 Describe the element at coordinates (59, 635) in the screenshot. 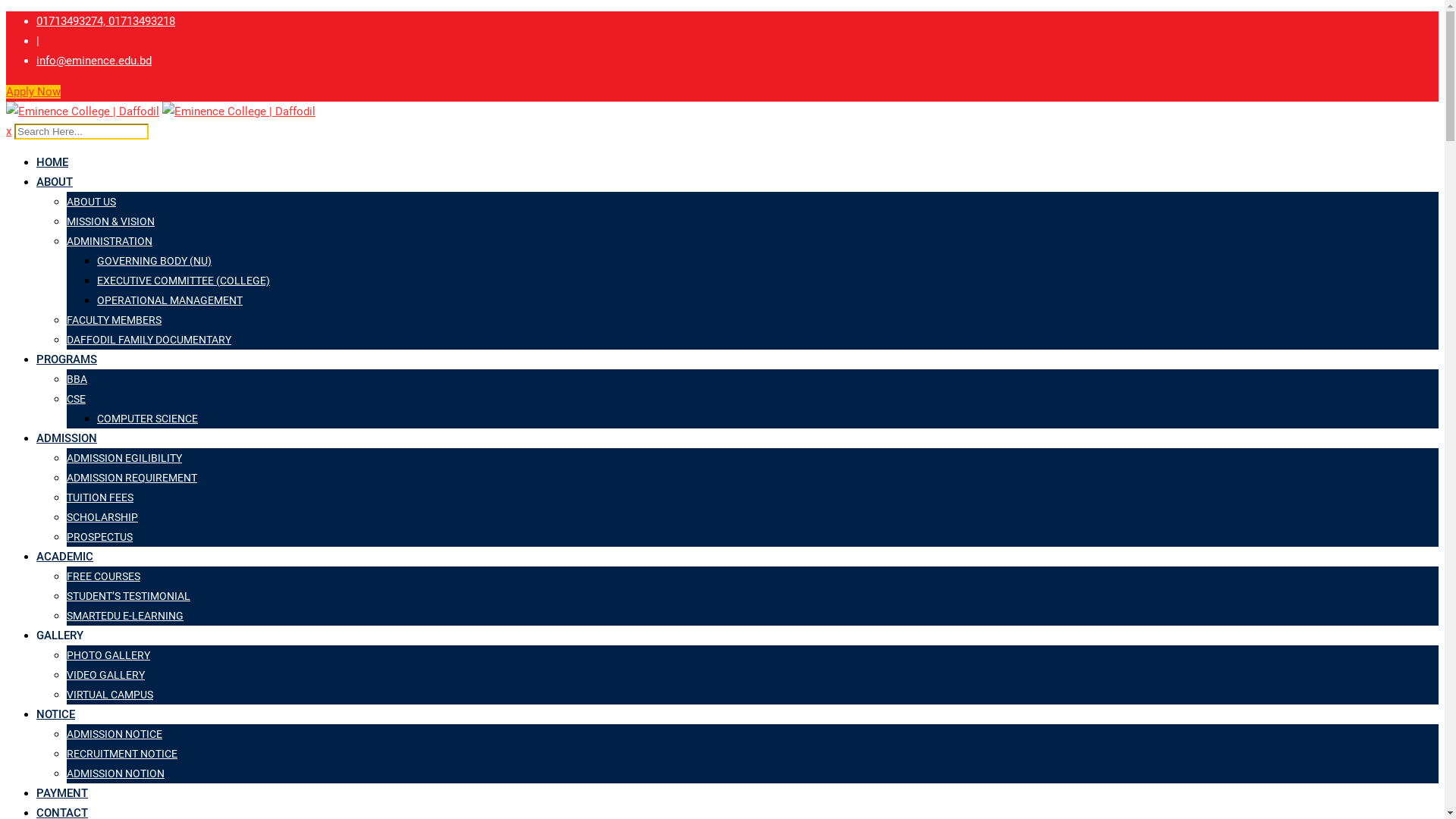

I see `'GALLERY'` at that location.